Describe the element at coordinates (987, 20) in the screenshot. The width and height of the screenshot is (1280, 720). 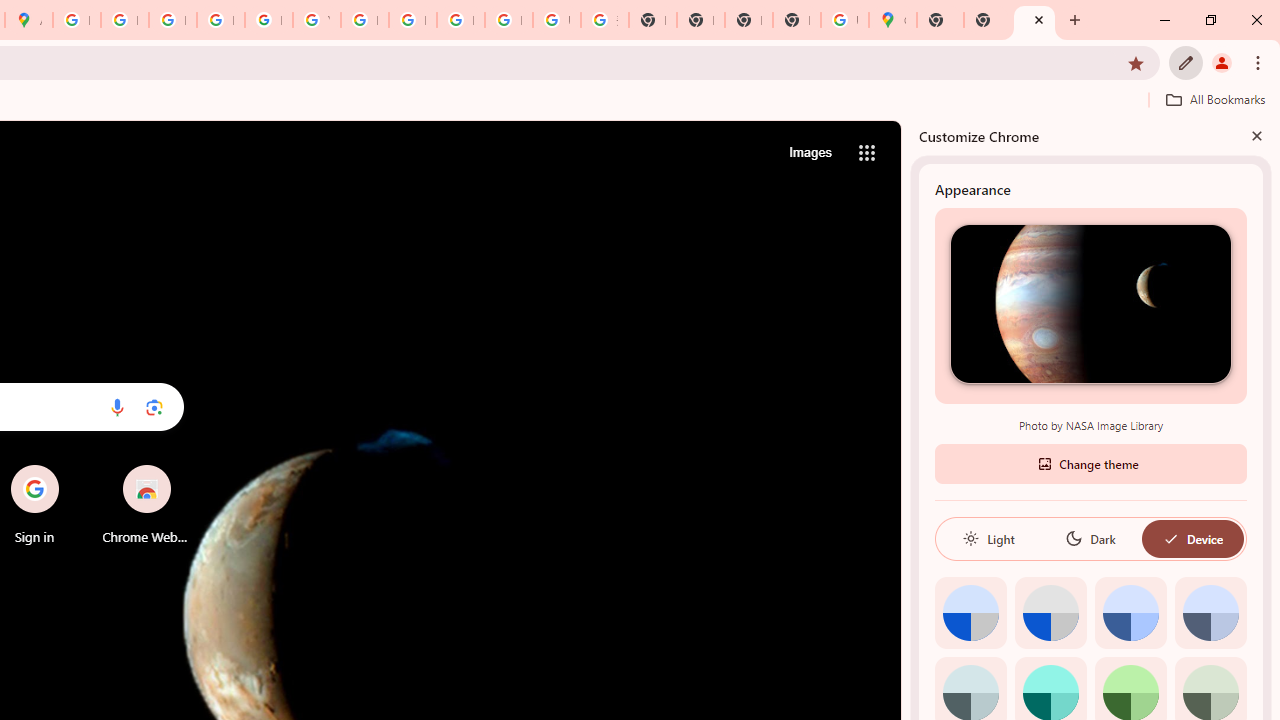
I see `'New Tab'` at that location.